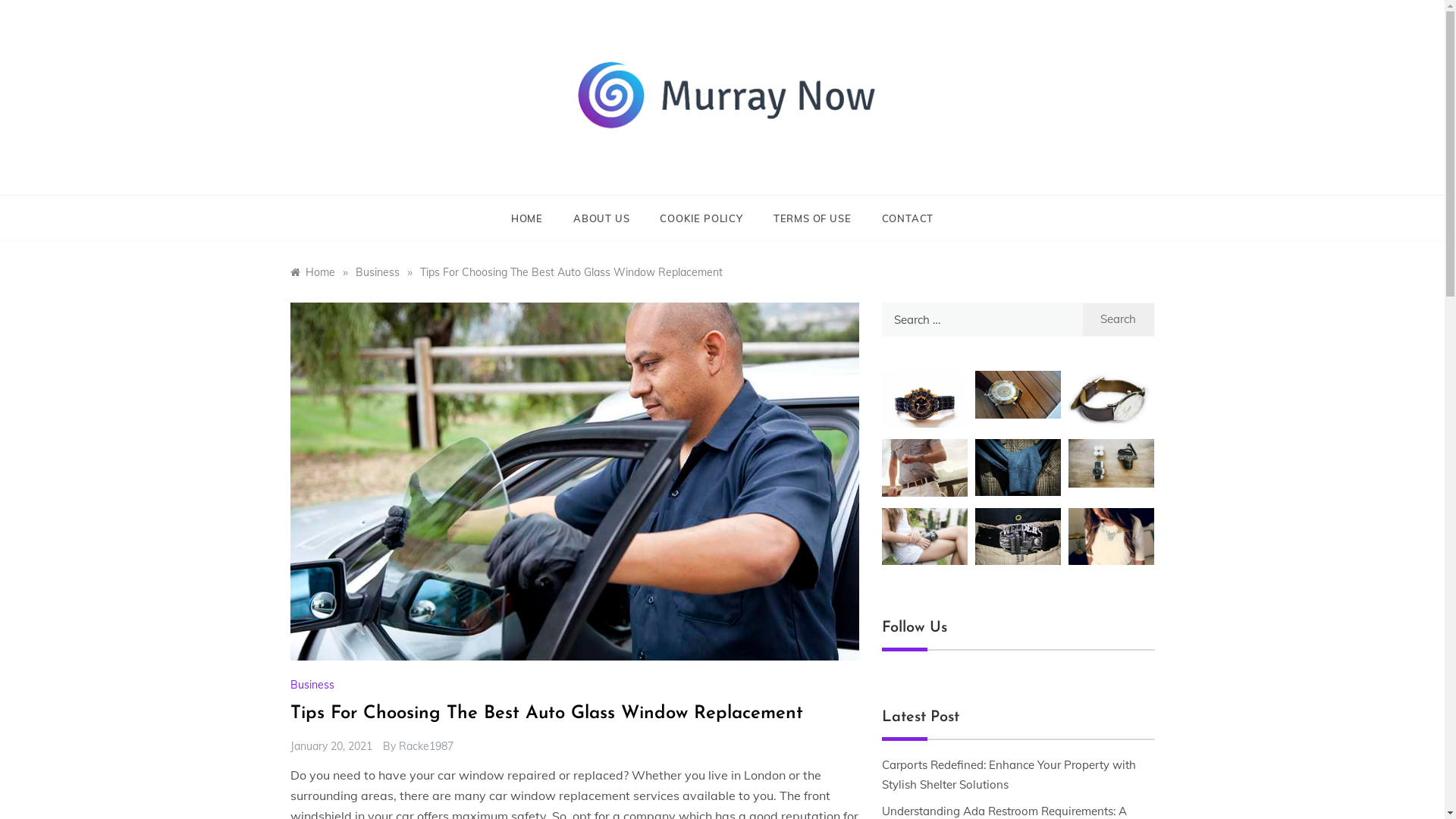 This screenshot has height=819, width=1456. Describe the element at coordinates (600, 218) in the screenshot. I see `'ABOUT US'` at that location.